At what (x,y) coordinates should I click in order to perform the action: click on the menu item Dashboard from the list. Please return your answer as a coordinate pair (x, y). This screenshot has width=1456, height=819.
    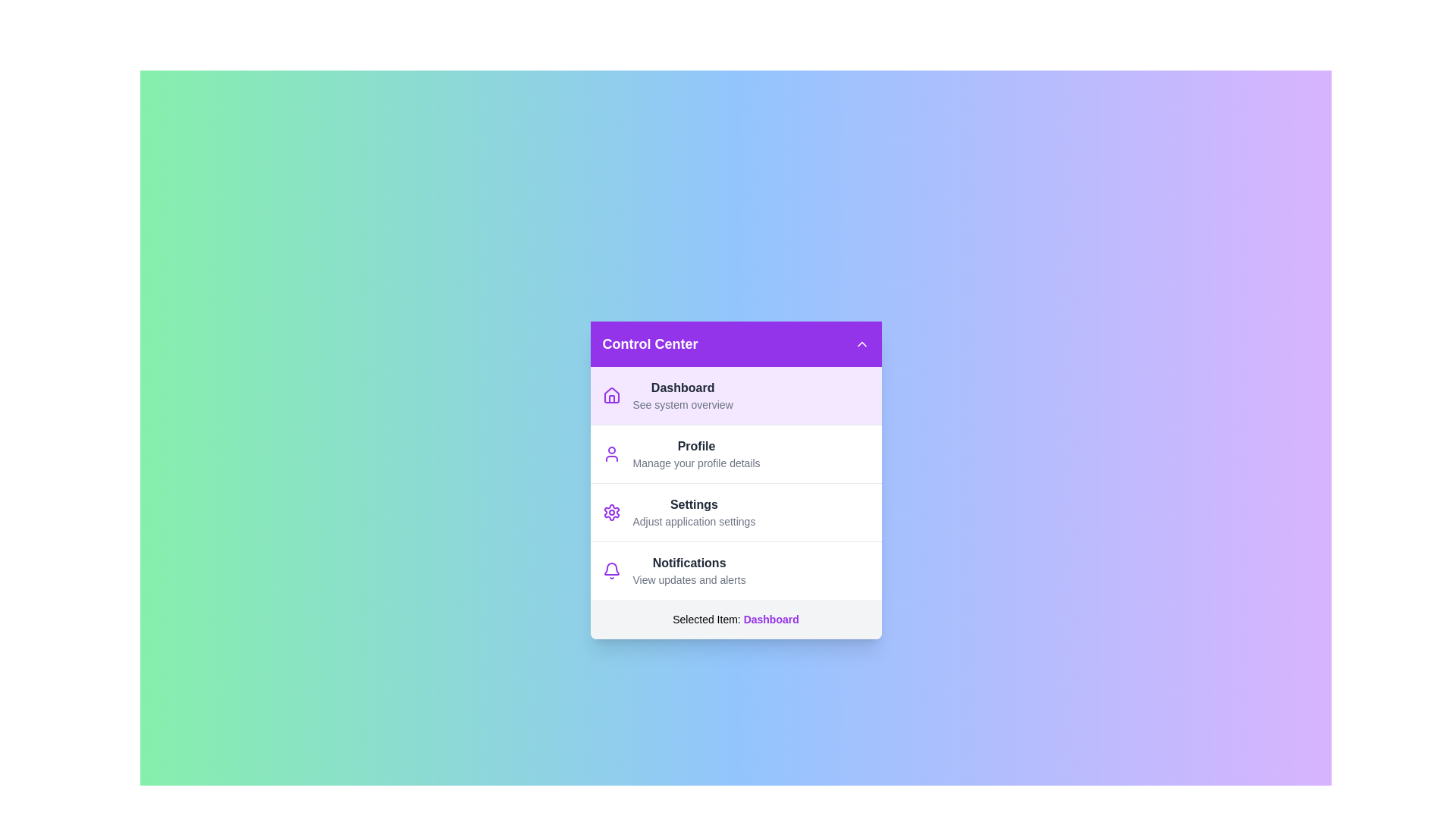
    Looking at the image, I should click on (736, 394).